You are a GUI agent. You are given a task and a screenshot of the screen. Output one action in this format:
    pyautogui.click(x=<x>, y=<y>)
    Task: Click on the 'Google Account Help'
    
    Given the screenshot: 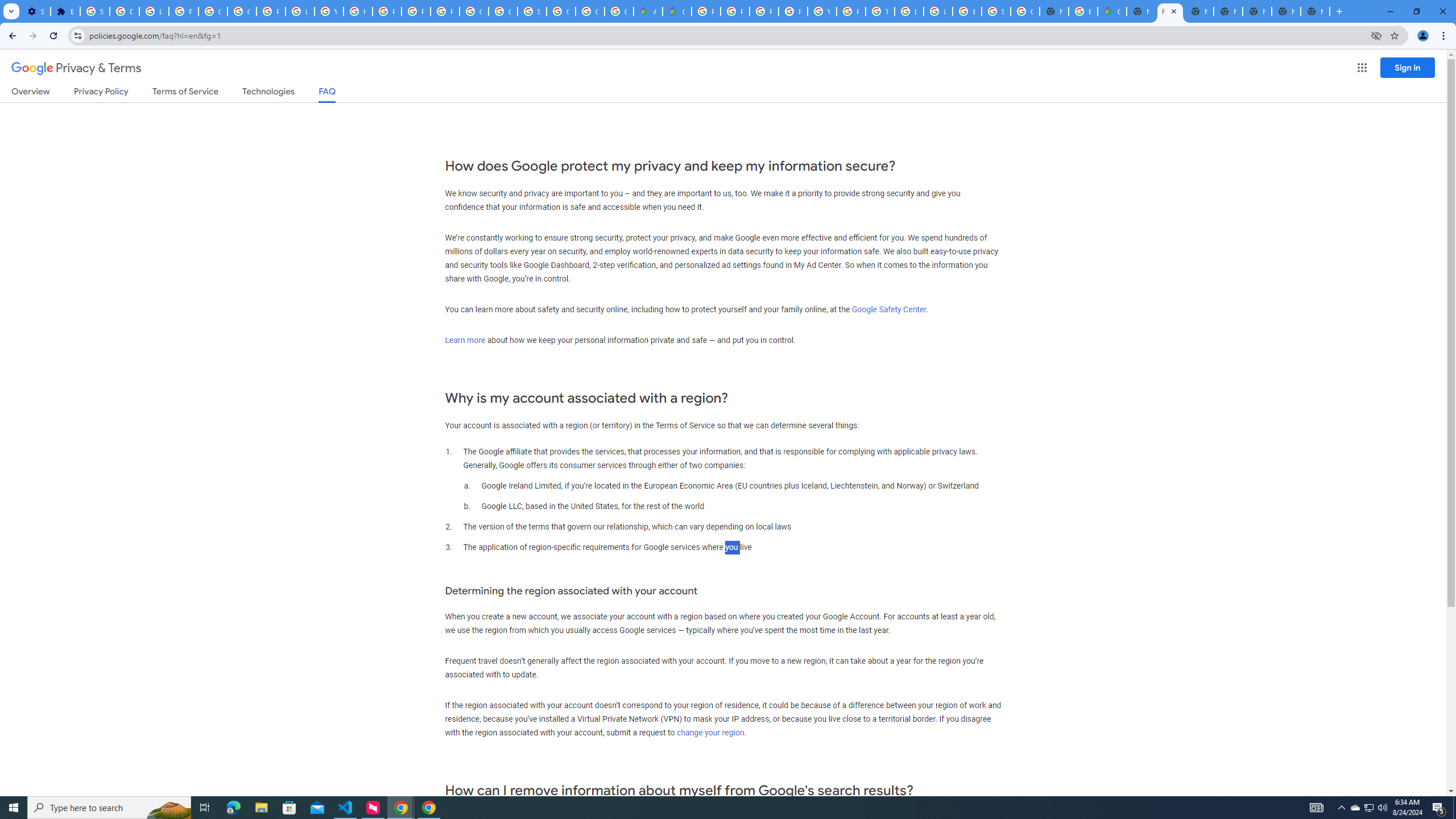 What is the action you would take?
    pyautogui.click(x=213, y=11)
    